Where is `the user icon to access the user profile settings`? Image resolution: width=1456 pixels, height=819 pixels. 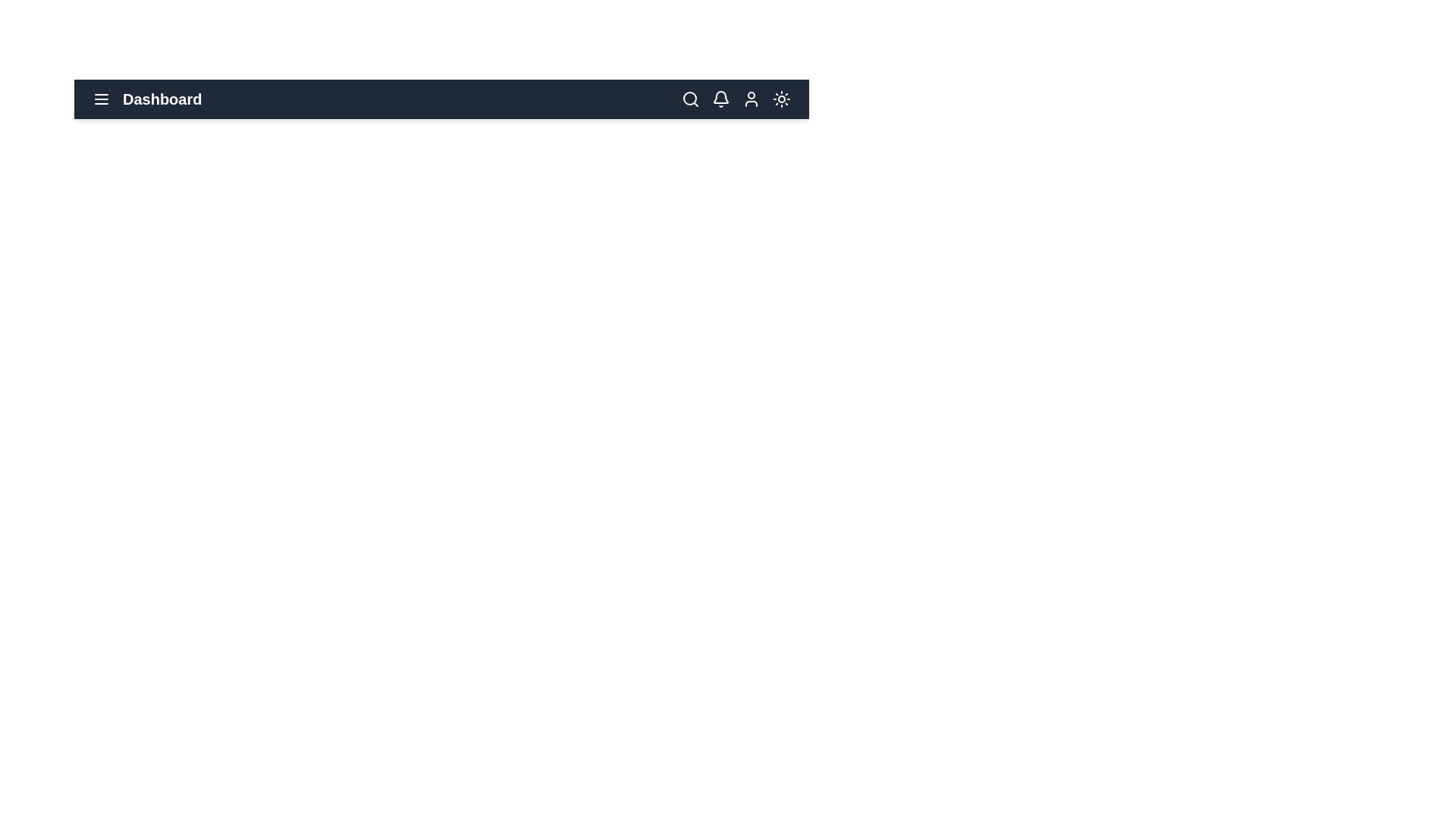
the user icon to access the user profile settings is located at coordinates (751, 99).